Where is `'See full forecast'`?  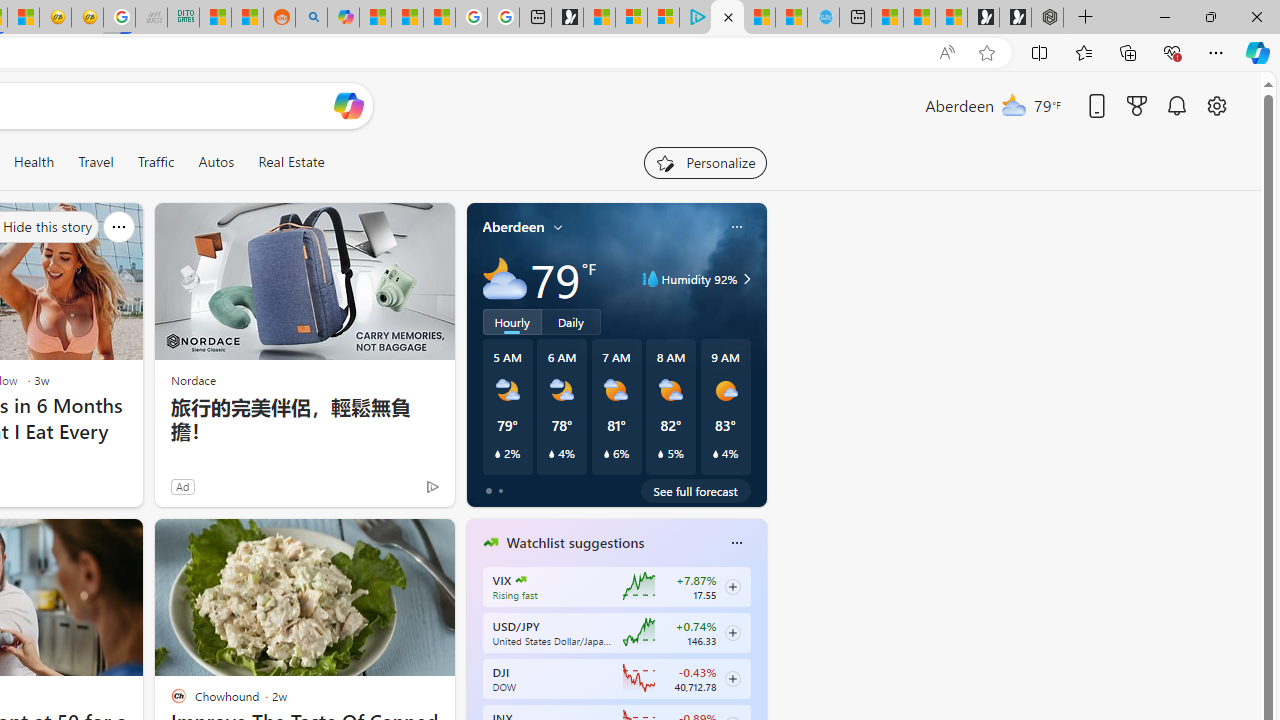
'See full forecast' is located at coordinates (695, 491).